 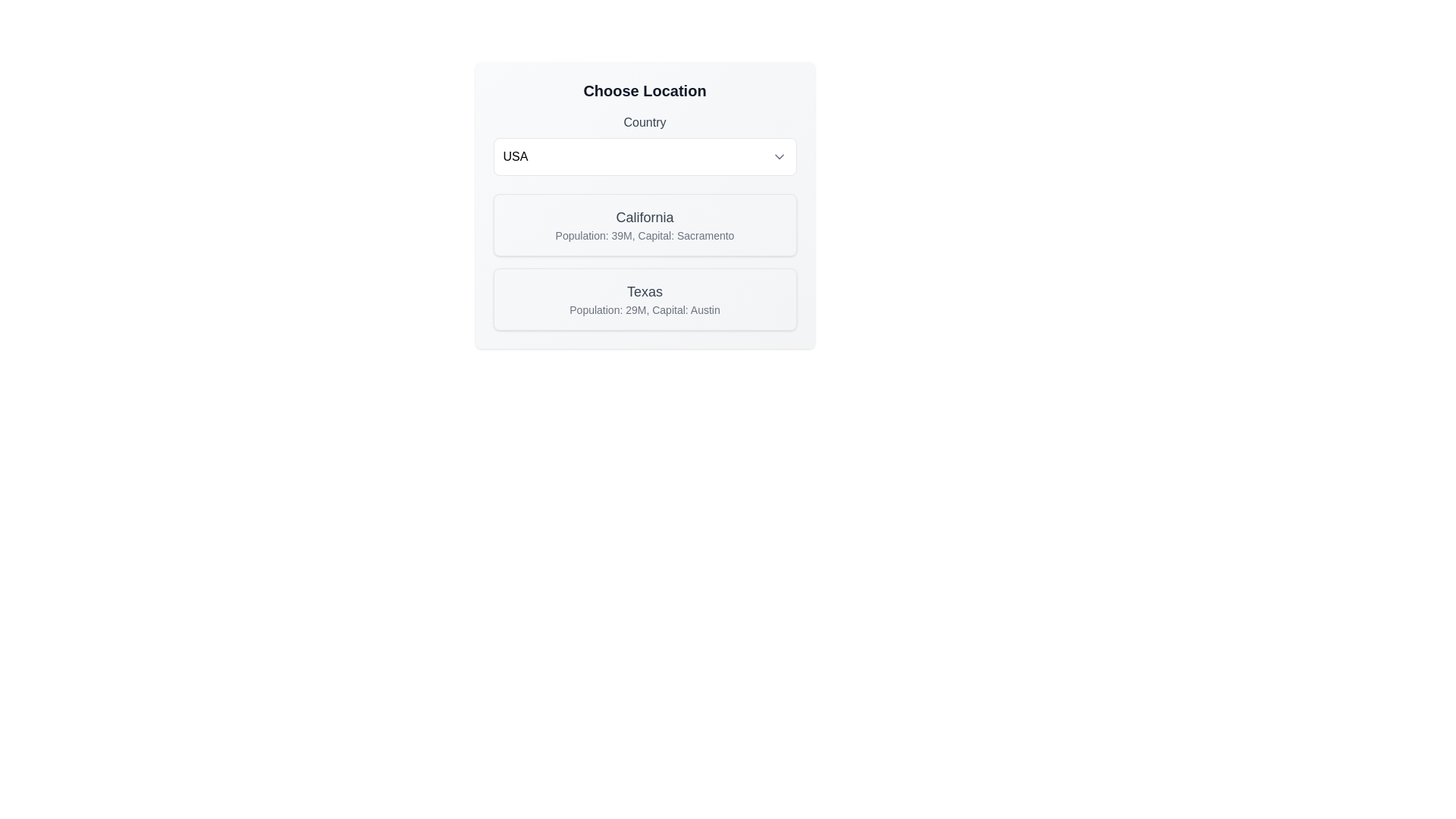 What do you see at coordinates (645, 236) in the screenshot?
I see `text label displaying information about California's population and capital city, which states 'Population: 39M, Capital: Sacramento.' This text is located beneath the larger title 'California.'` at bounding box center [645, 236].